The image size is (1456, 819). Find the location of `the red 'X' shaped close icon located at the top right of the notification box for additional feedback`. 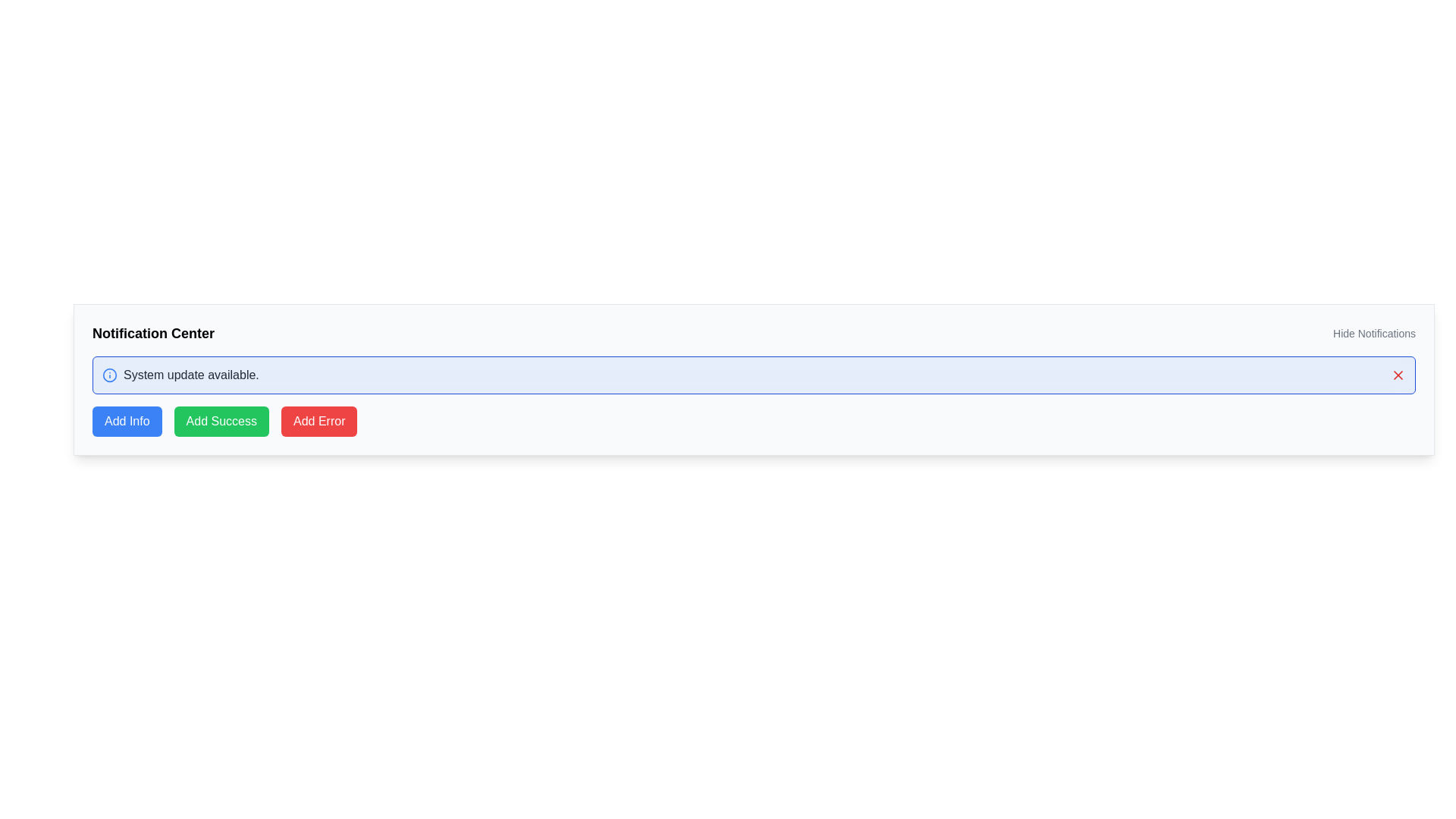

the red 'X' shaped close icon located at the top right of the notification box for additional feedback is located at coordinates (1397, 375).